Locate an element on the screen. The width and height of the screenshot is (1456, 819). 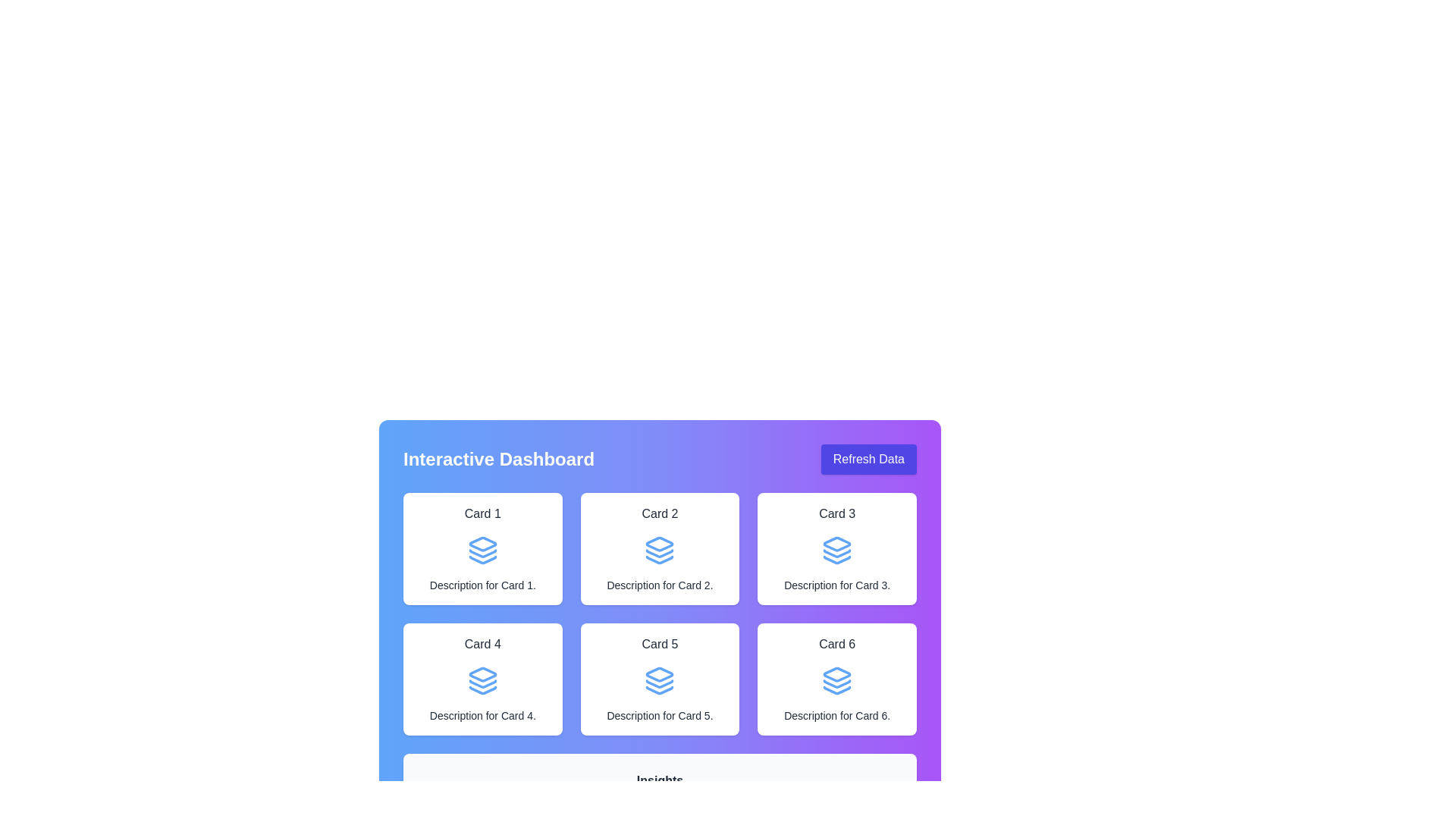
the visual representation of the icon located within 'Card 3', positioned above the text 'Description for Card 3.' is located at coordinates (836, 550).